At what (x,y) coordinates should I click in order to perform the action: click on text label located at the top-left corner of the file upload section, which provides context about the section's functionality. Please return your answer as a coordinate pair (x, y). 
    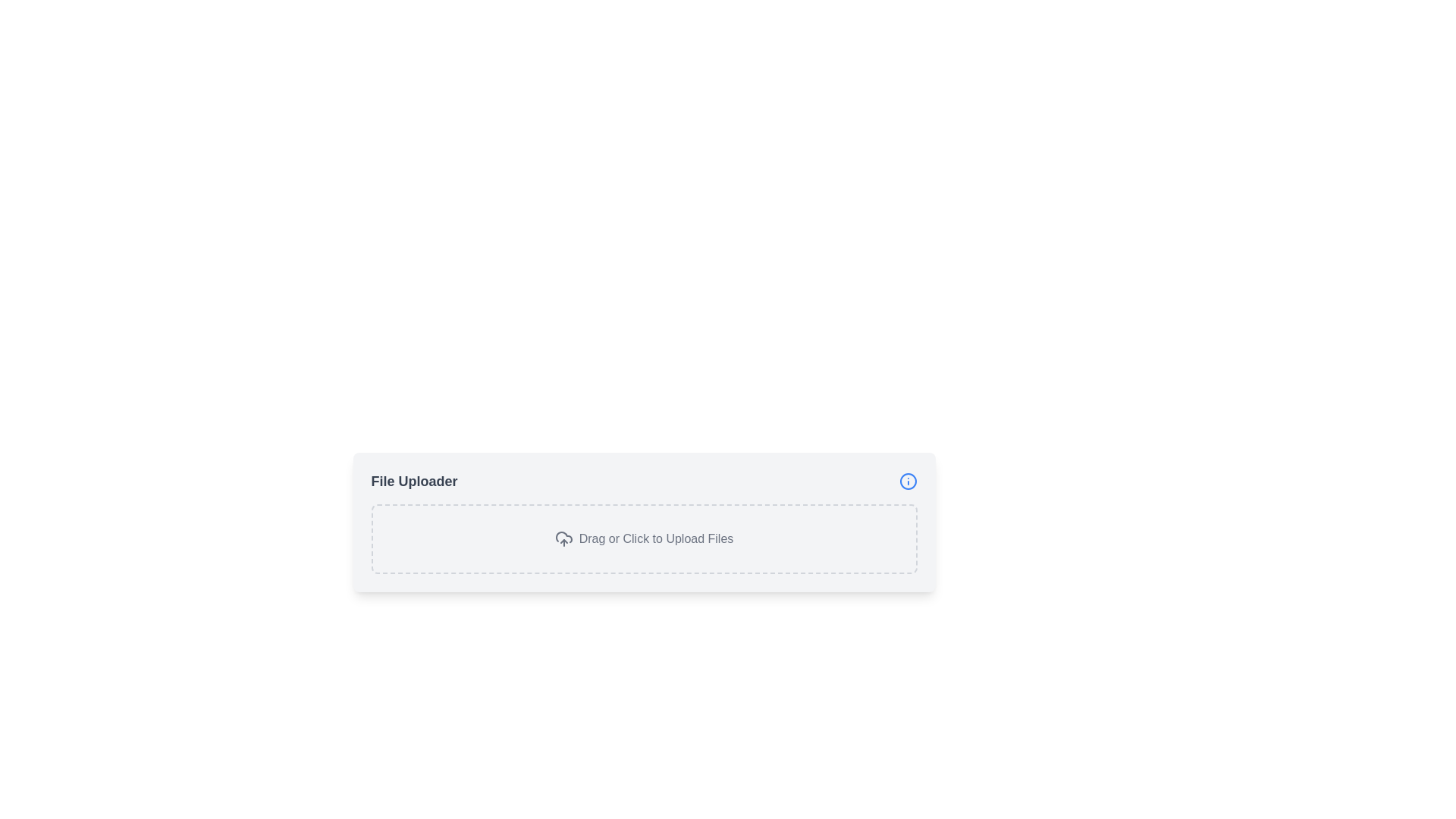
    Looking at the image, I should click on (414, 482).